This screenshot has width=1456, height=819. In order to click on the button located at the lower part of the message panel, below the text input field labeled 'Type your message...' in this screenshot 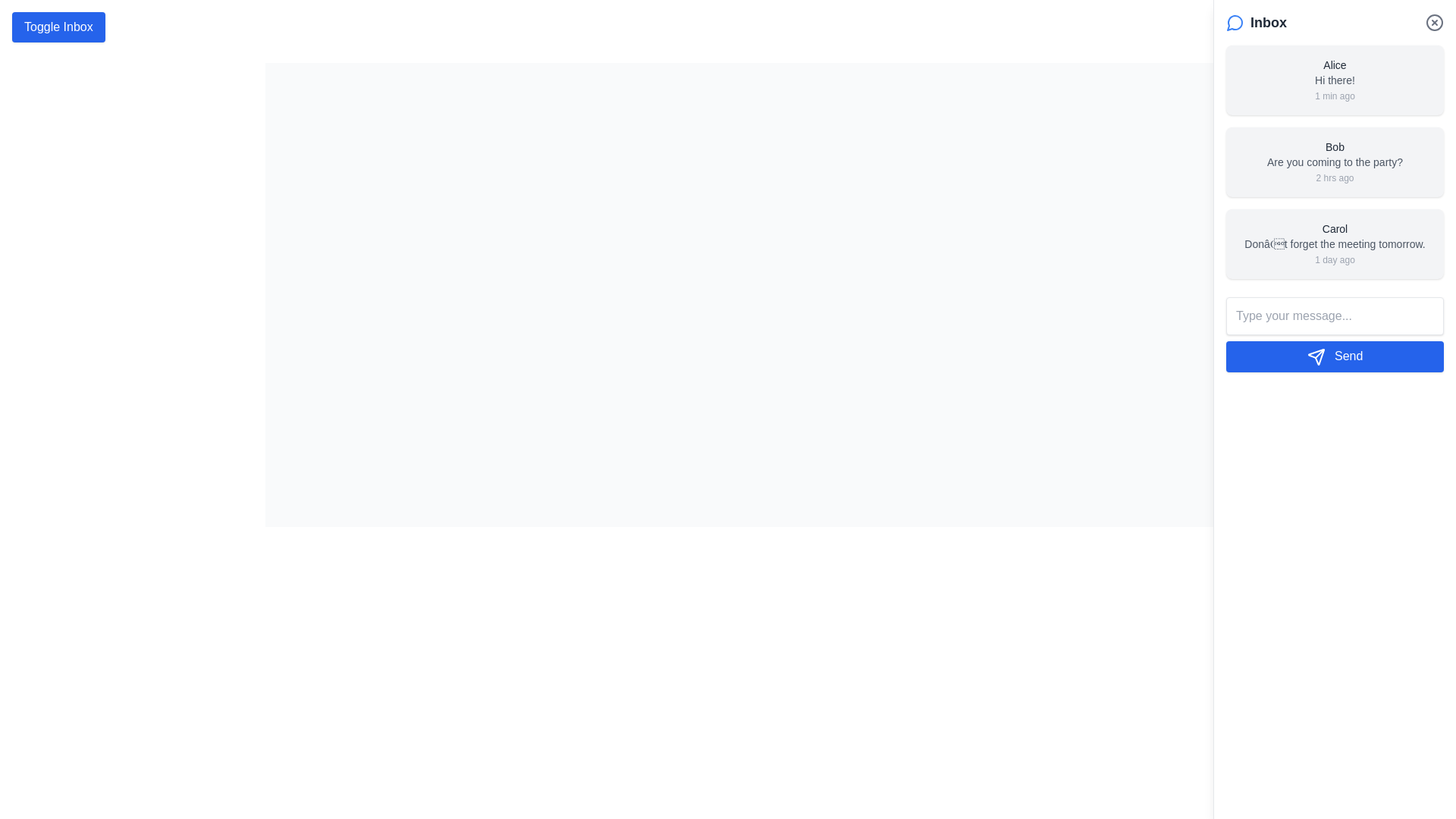, I will do `click(1335, 356)`.